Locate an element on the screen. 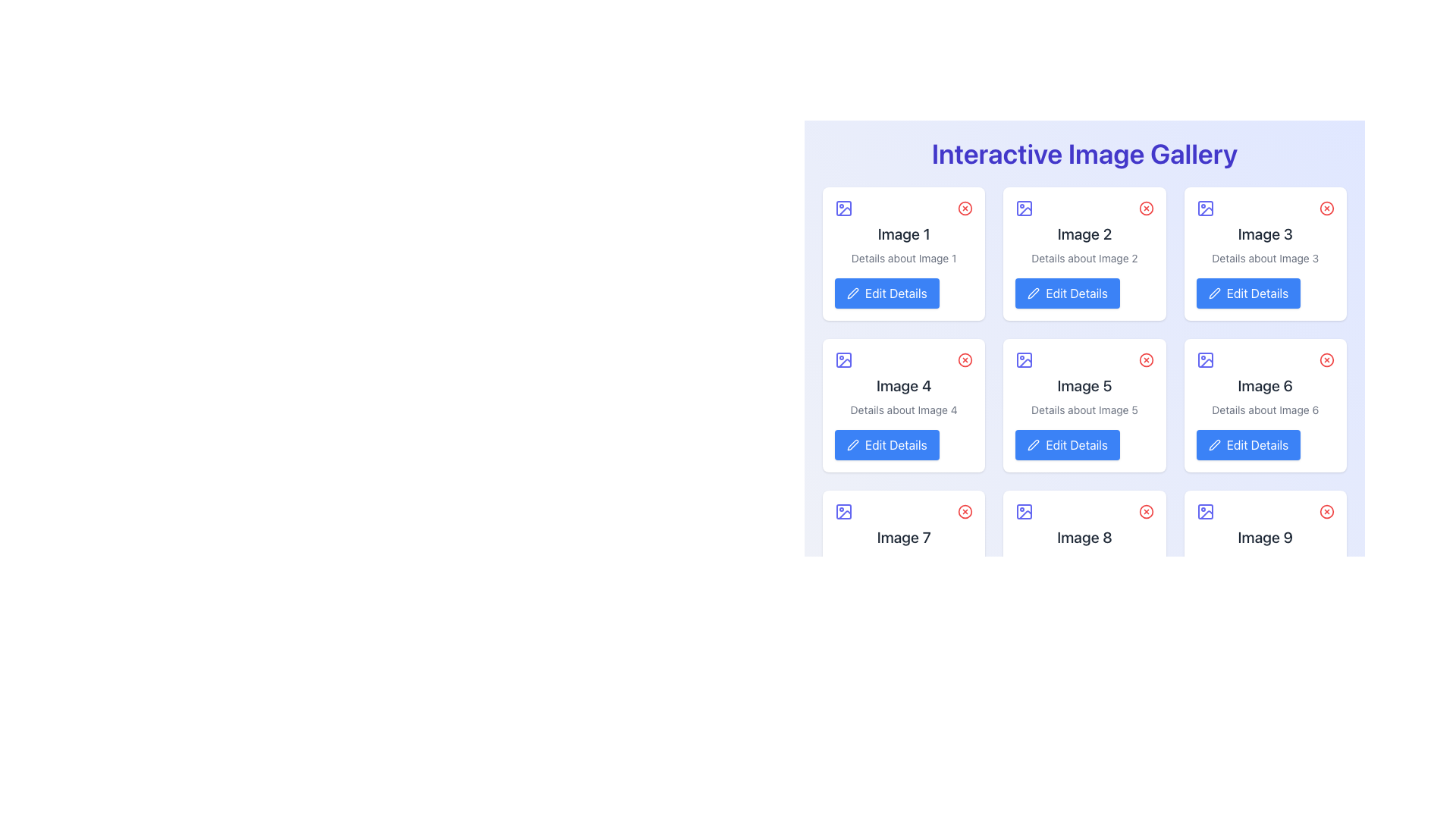 This screenshot has height=819, width=1456. the text label displaying 'Image 8' which is styled with a medium-sized, bold font in dark gray color, positioned in a white card is located at coordinates (1084, 537).